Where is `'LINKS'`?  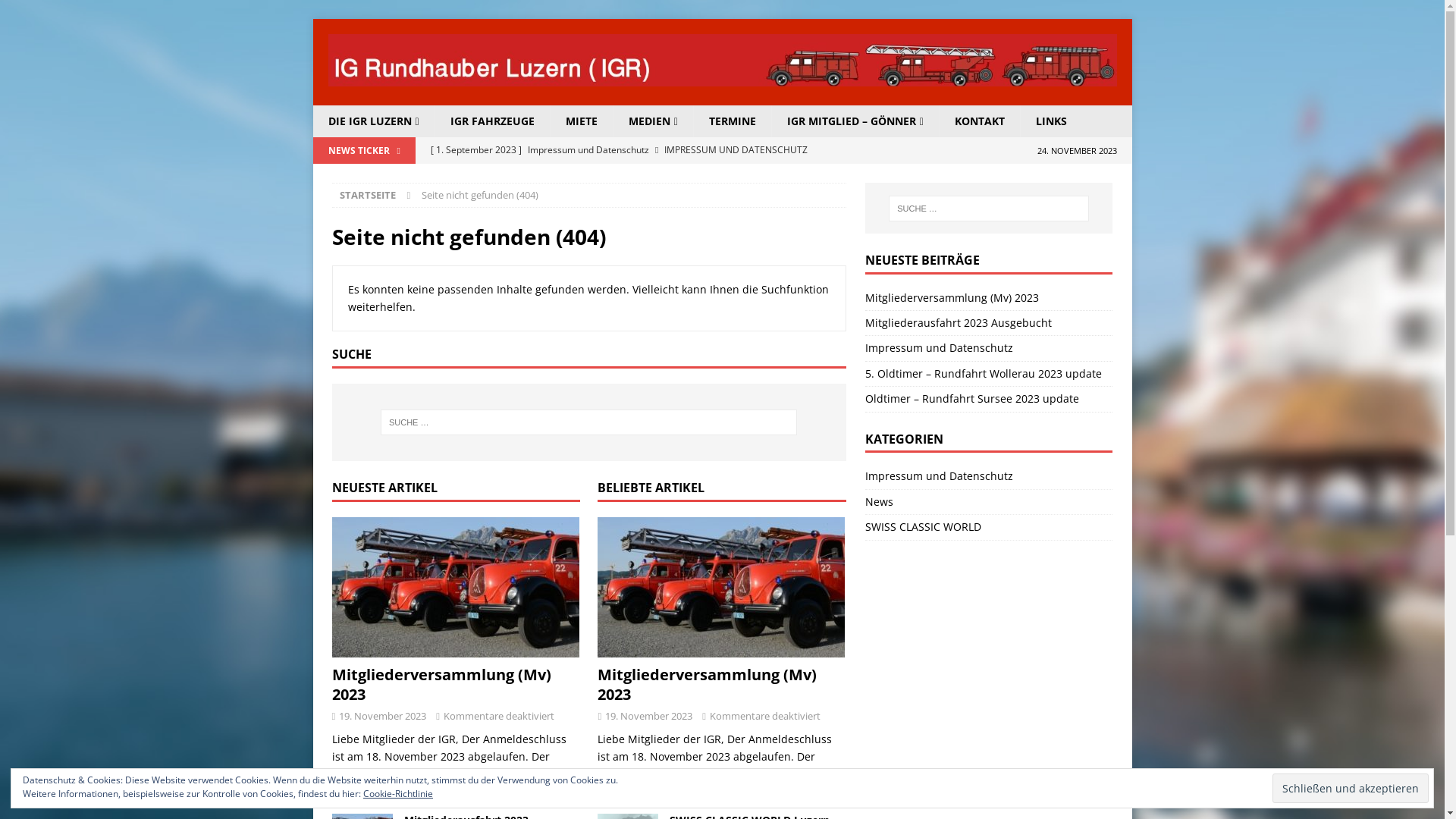 'LINKS' is located at coordinates (1019, 120).